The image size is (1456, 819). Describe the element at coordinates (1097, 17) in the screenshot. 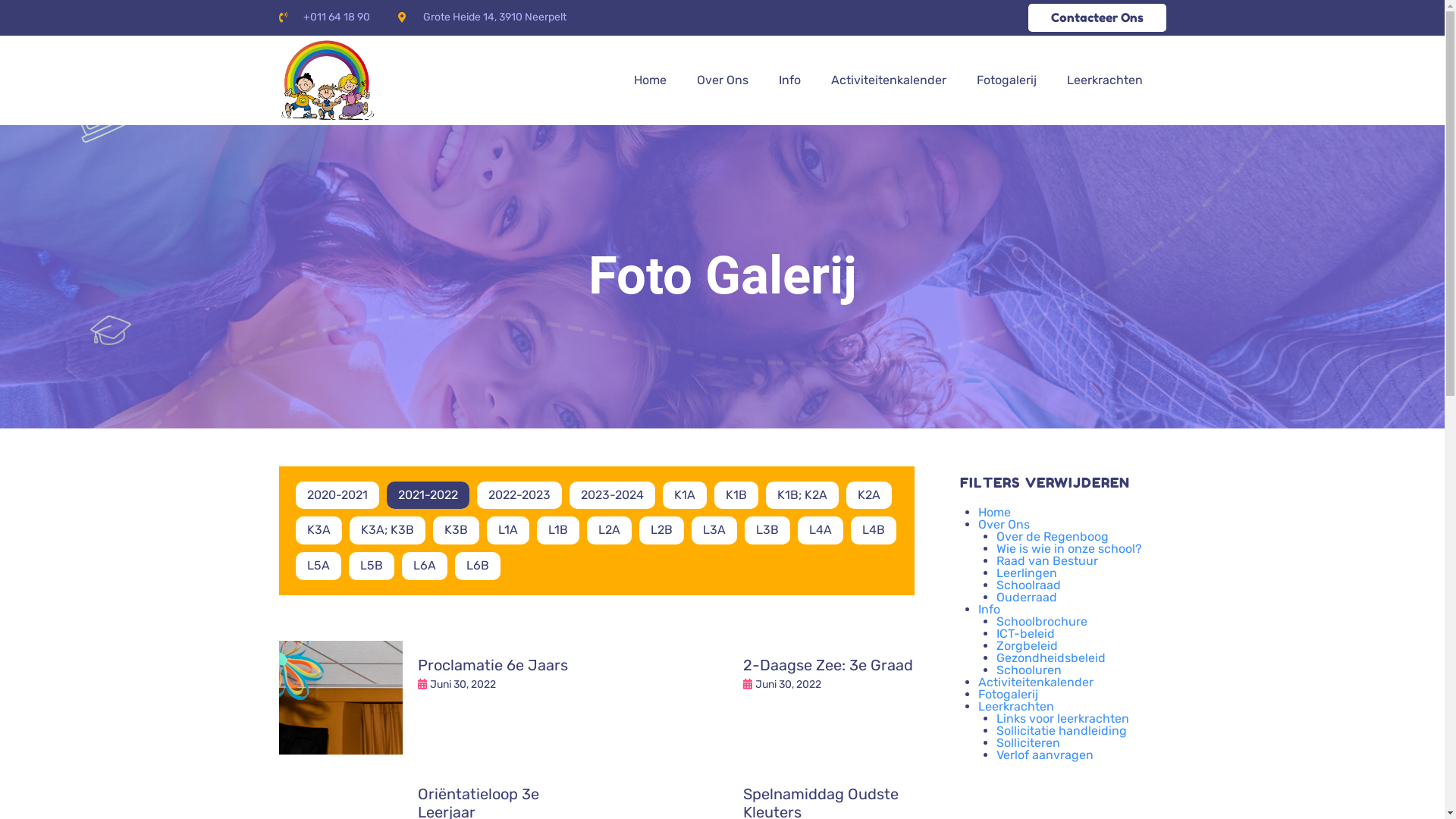

I see `'Contacteer Ons'` at that location.